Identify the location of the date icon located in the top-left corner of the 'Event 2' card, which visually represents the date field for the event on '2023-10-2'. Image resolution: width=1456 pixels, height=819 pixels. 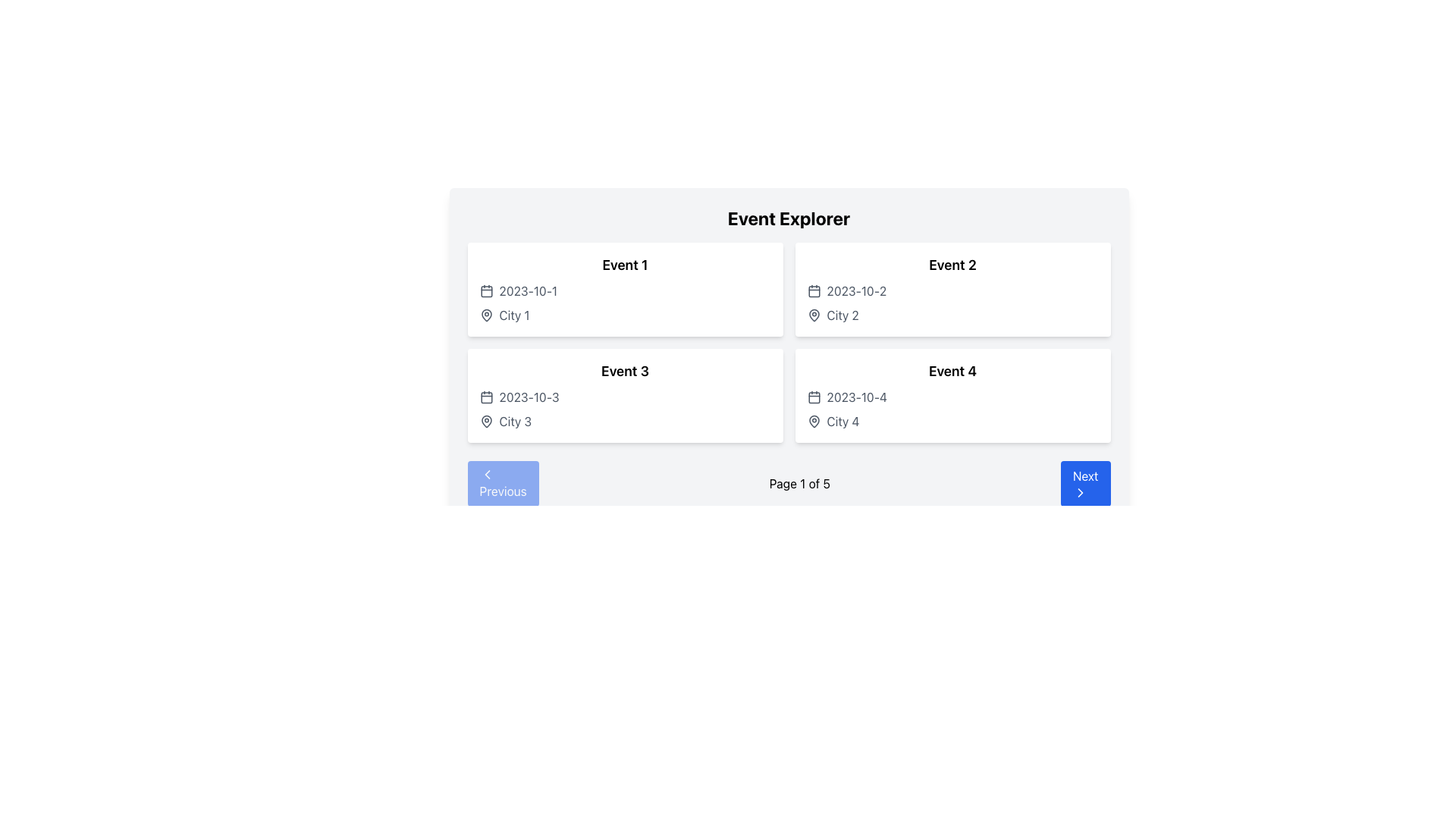
(813, 291).